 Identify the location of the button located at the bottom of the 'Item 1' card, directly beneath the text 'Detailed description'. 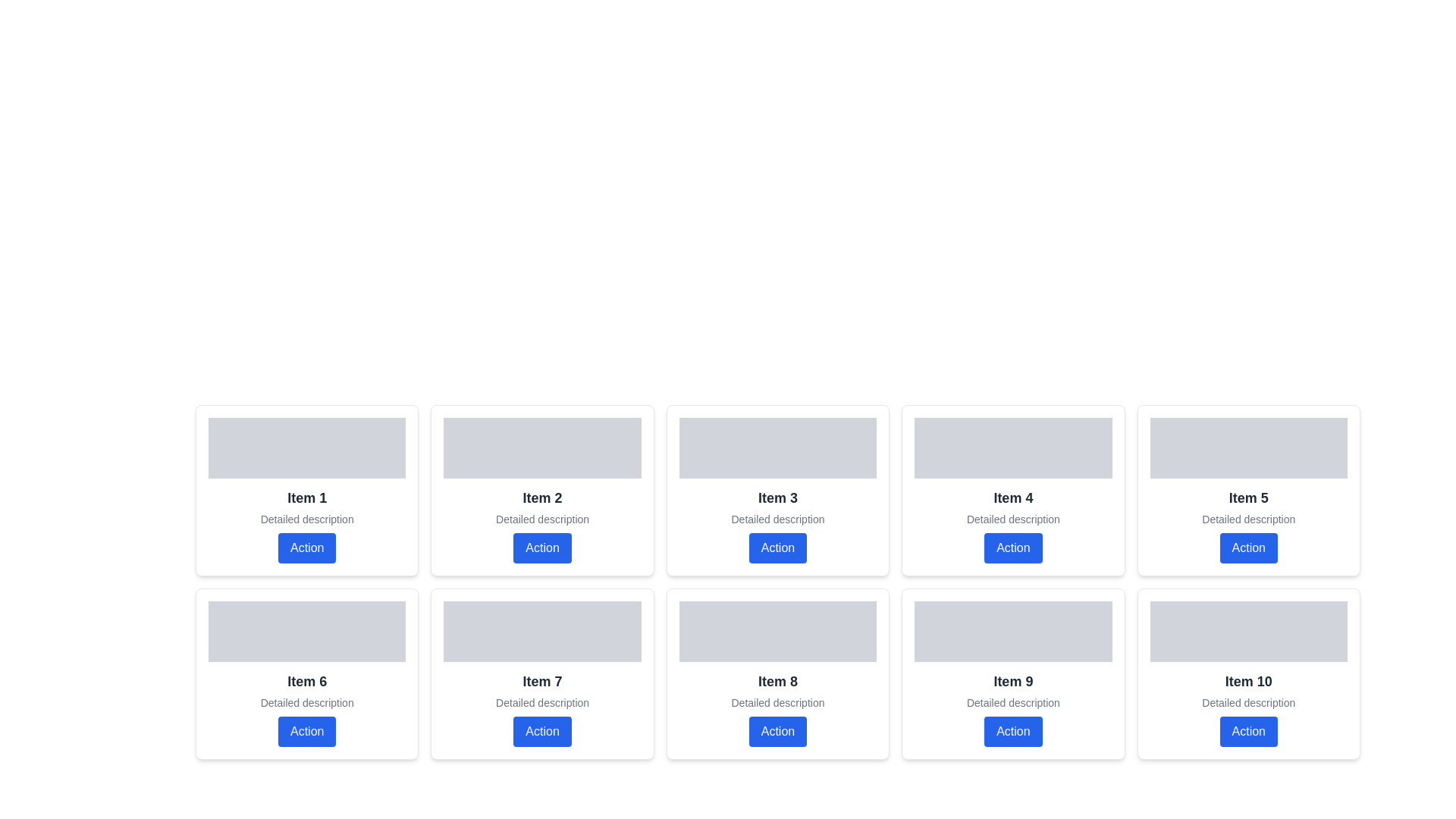
(306, 548).